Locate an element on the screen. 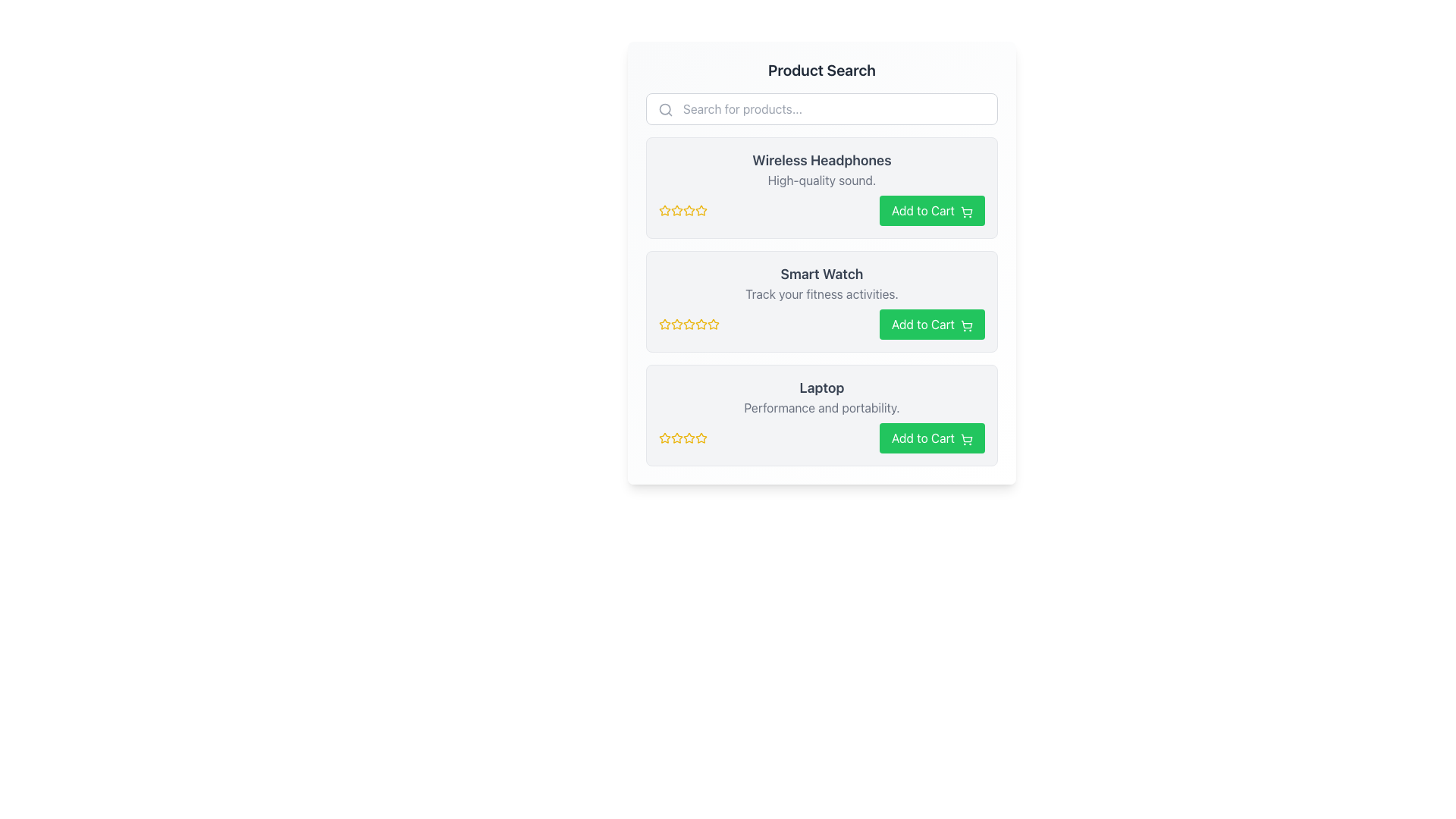 The width and height of the screenshot is (1456, 819). the fourth rating star icon in the 5-star rating component for the 'Wireless Headphones' product, located to the left of the 'Add to Cart' button is located at coordinates (682, 210).